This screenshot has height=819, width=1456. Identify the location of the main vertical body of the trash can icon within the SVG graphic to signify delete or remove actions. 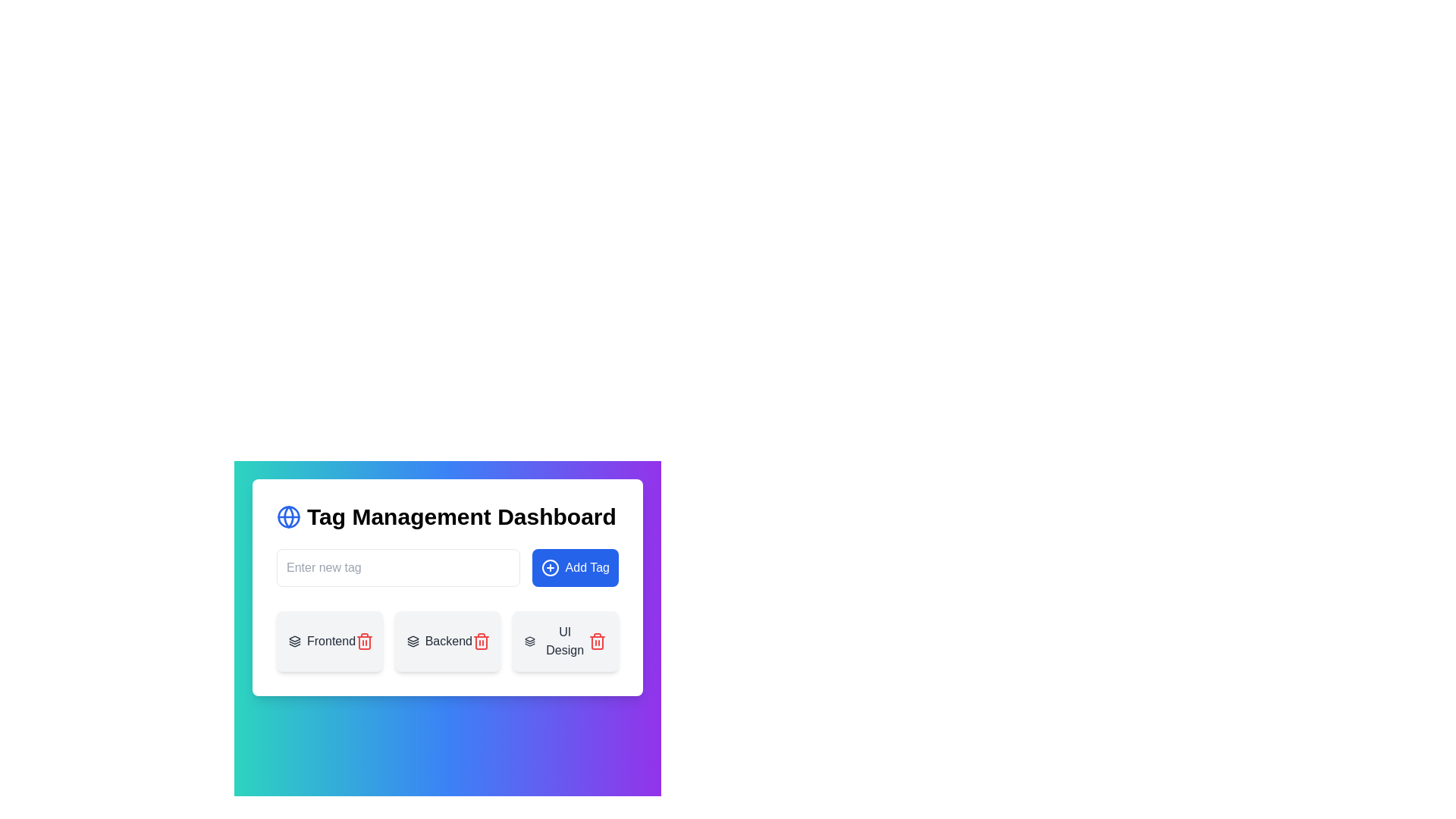
(480, 643).